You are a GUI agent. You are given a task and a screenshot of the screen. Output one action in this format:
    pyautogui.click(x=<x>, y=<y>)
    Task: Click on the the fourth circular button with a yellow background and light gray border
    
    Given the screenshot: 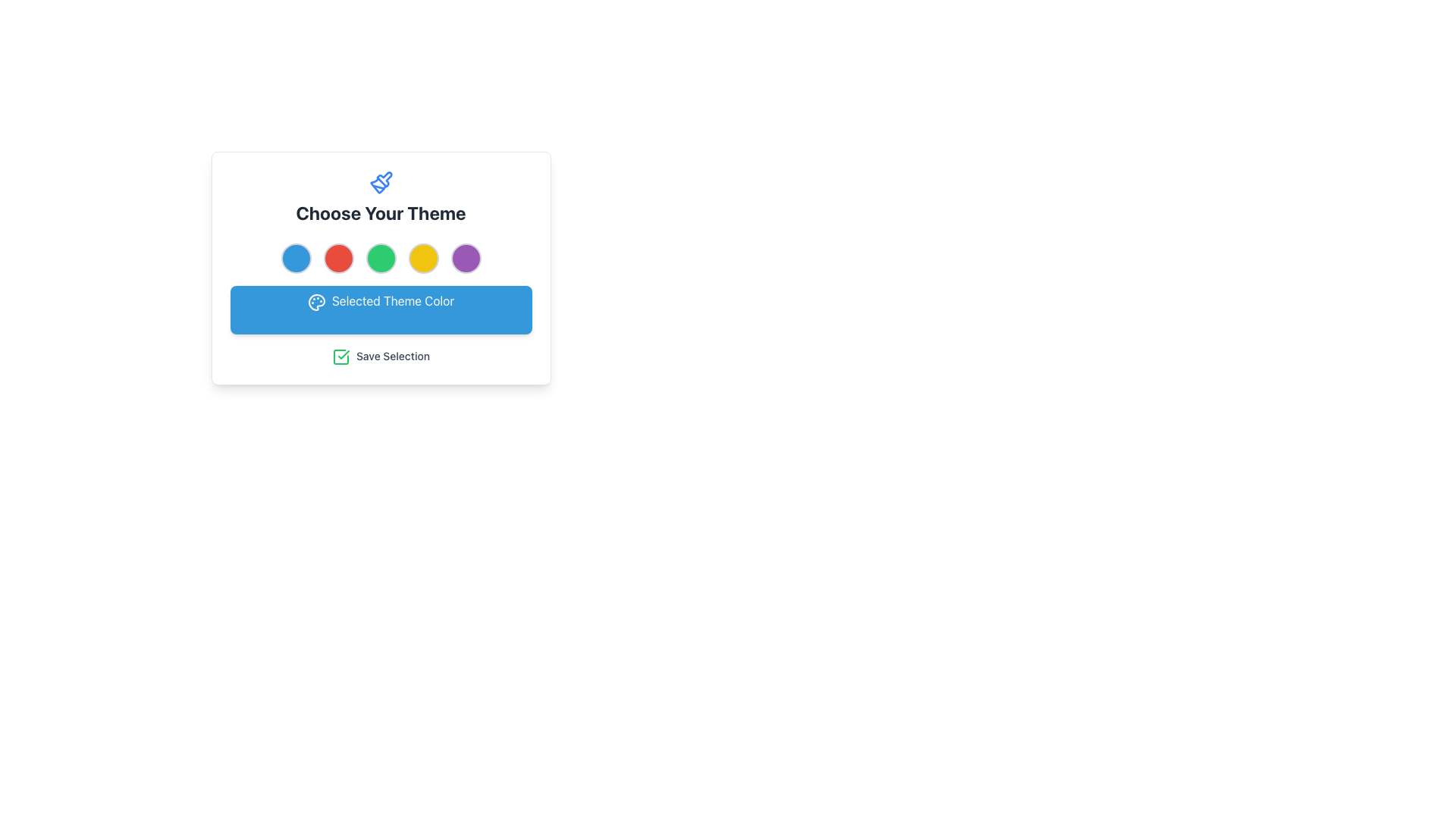 What is the action you would take?
    pyautogui.click(x=423, y=257)
    